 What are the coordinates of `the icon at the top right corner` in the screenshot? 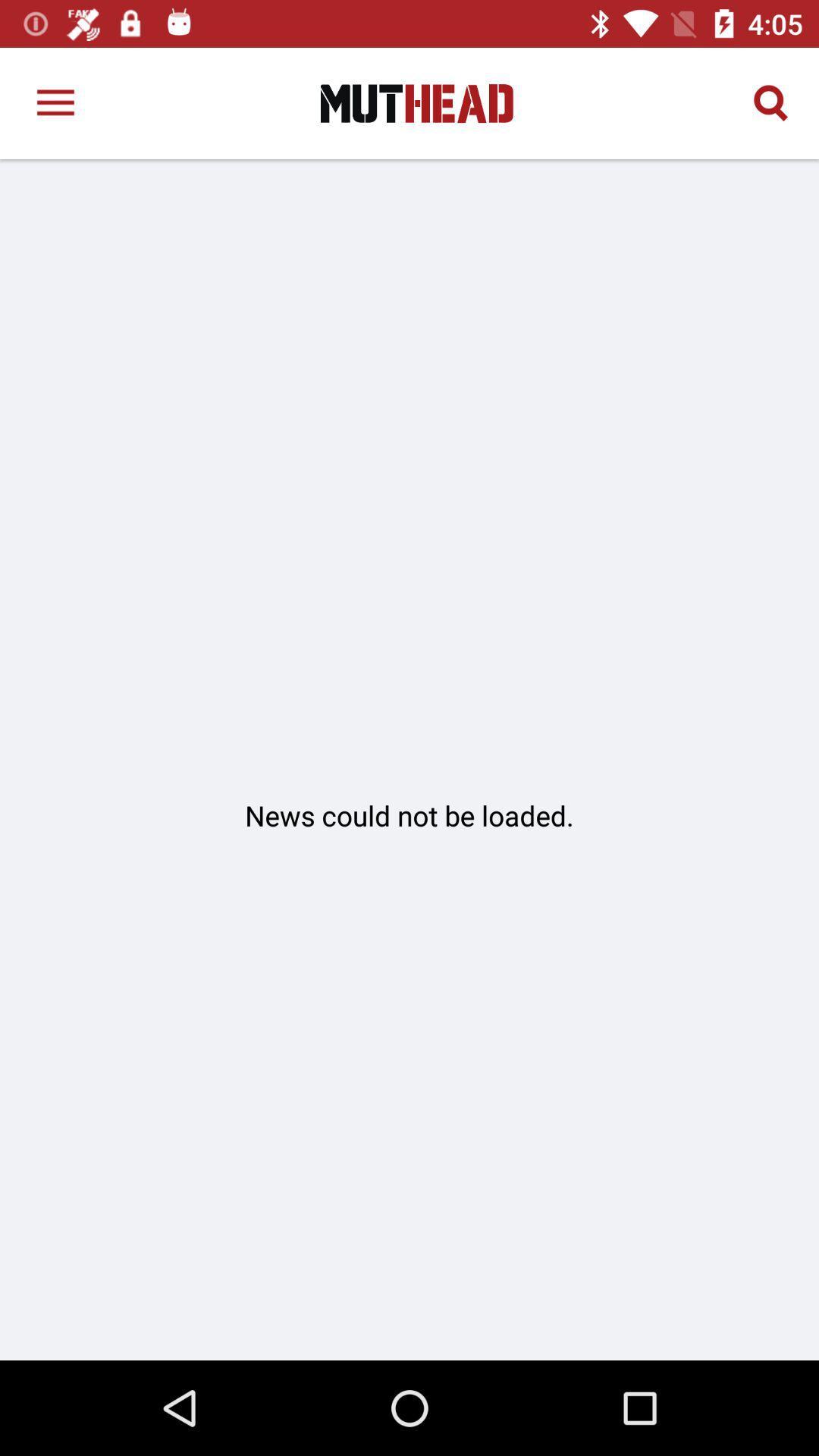 It's located at (771, 102).